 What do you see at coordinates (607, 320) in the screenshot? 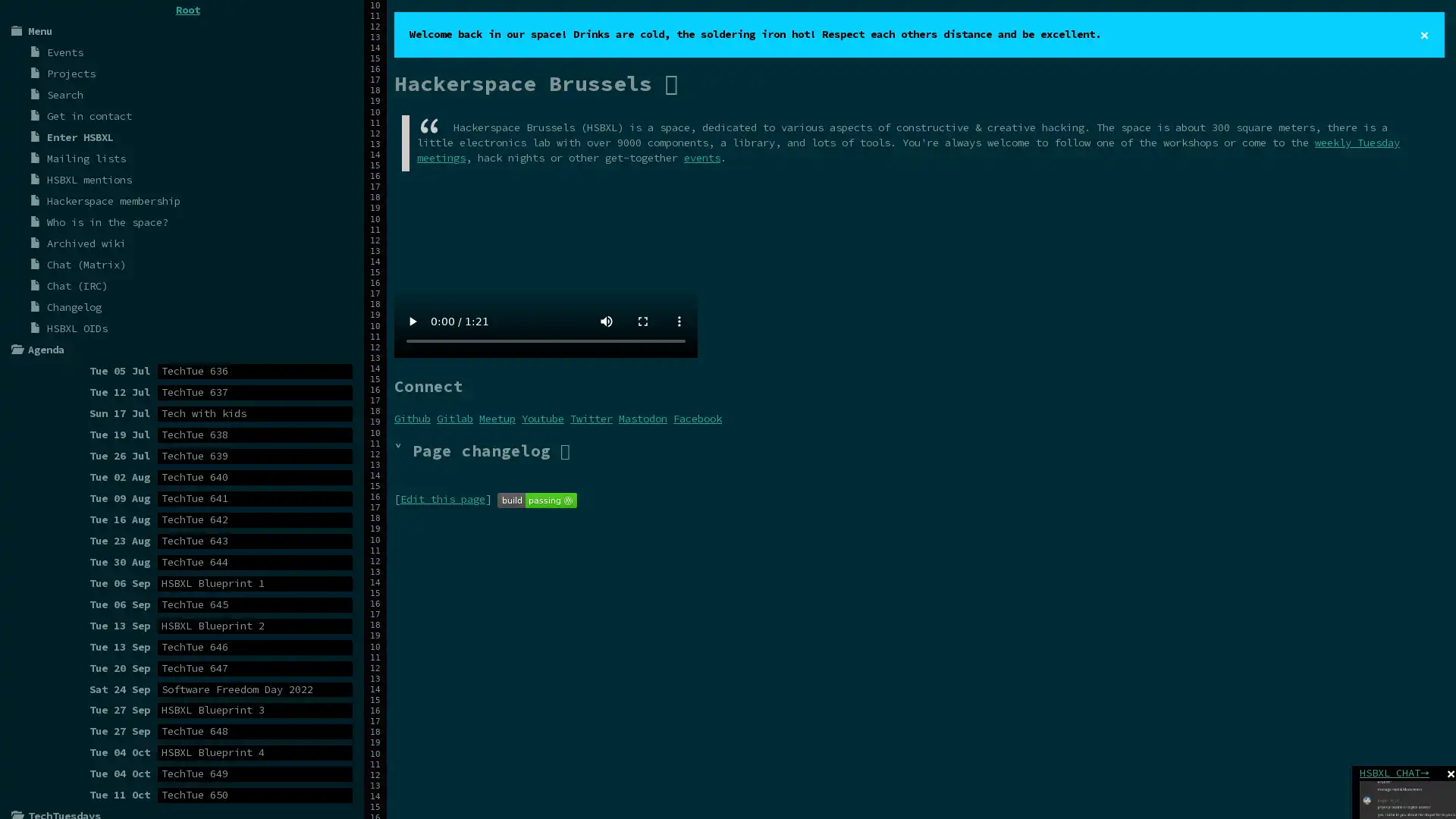
I see `mute` at bounding box center [607, 320].